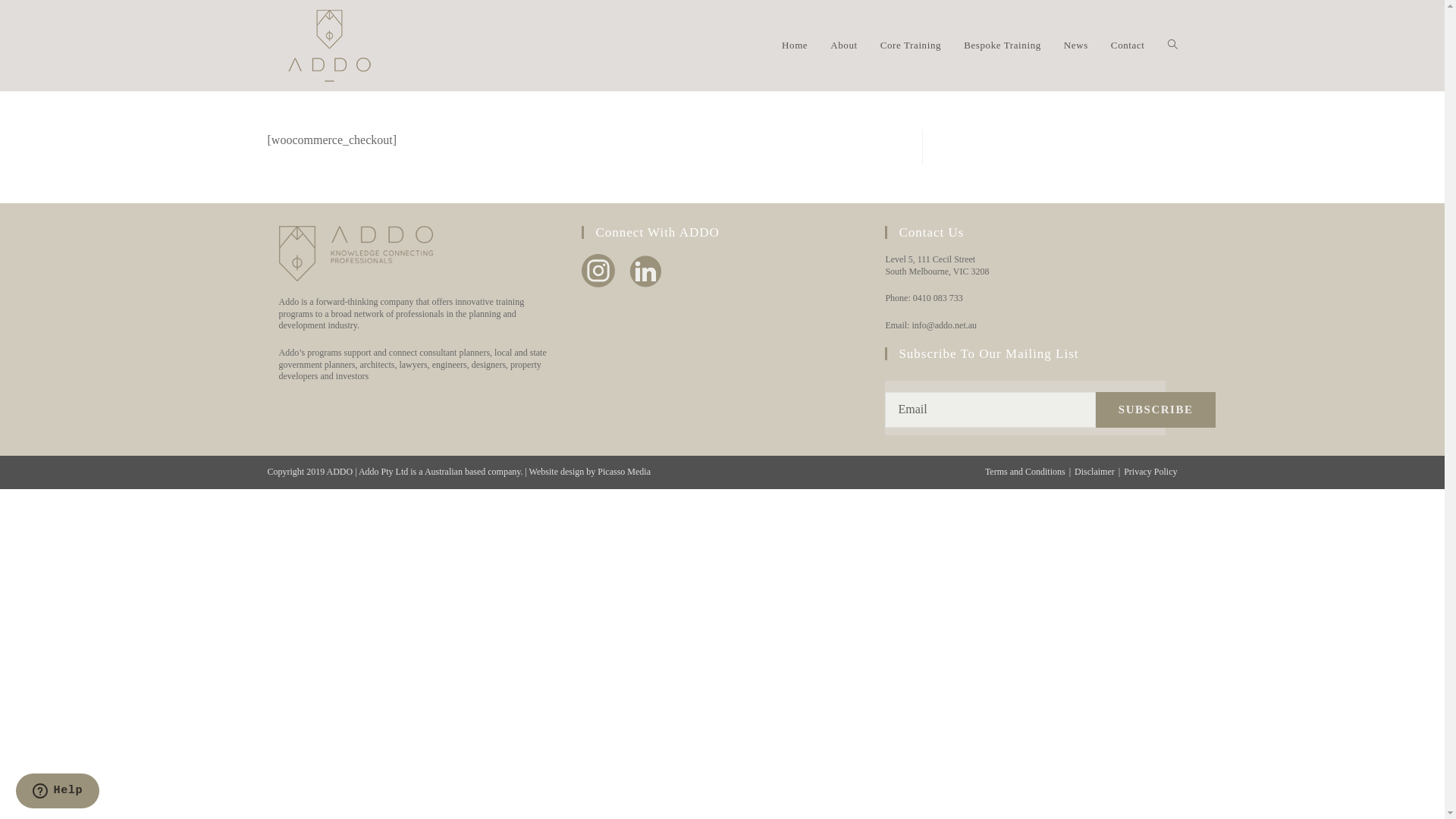  I want to click on 'Opens a widget where you can chat to one of our agents', so click(57, 792).